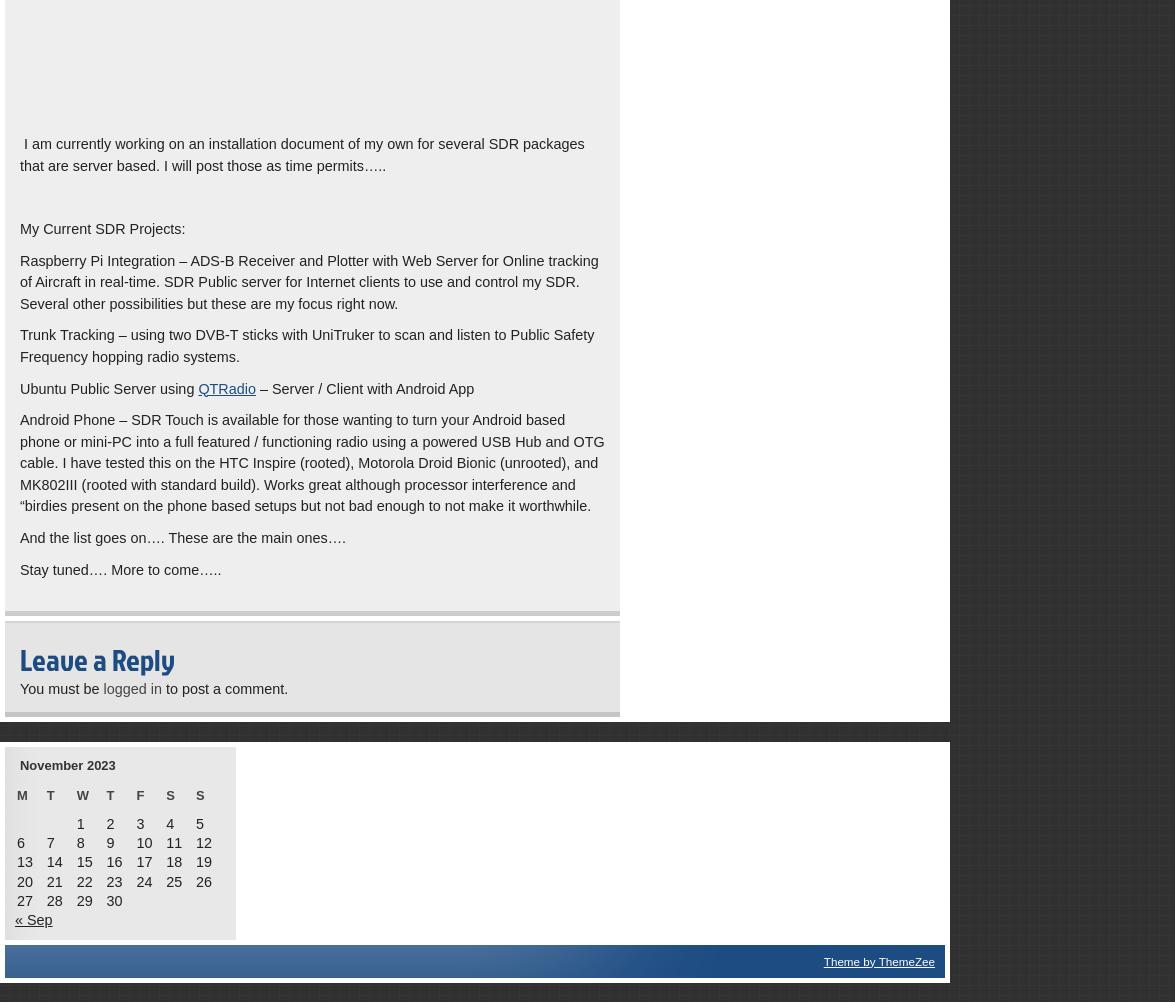  Describe the element at coordinates (182, 537) in the screenshot. I see `'And the list goes on…. These are the main ones….'` at that location.